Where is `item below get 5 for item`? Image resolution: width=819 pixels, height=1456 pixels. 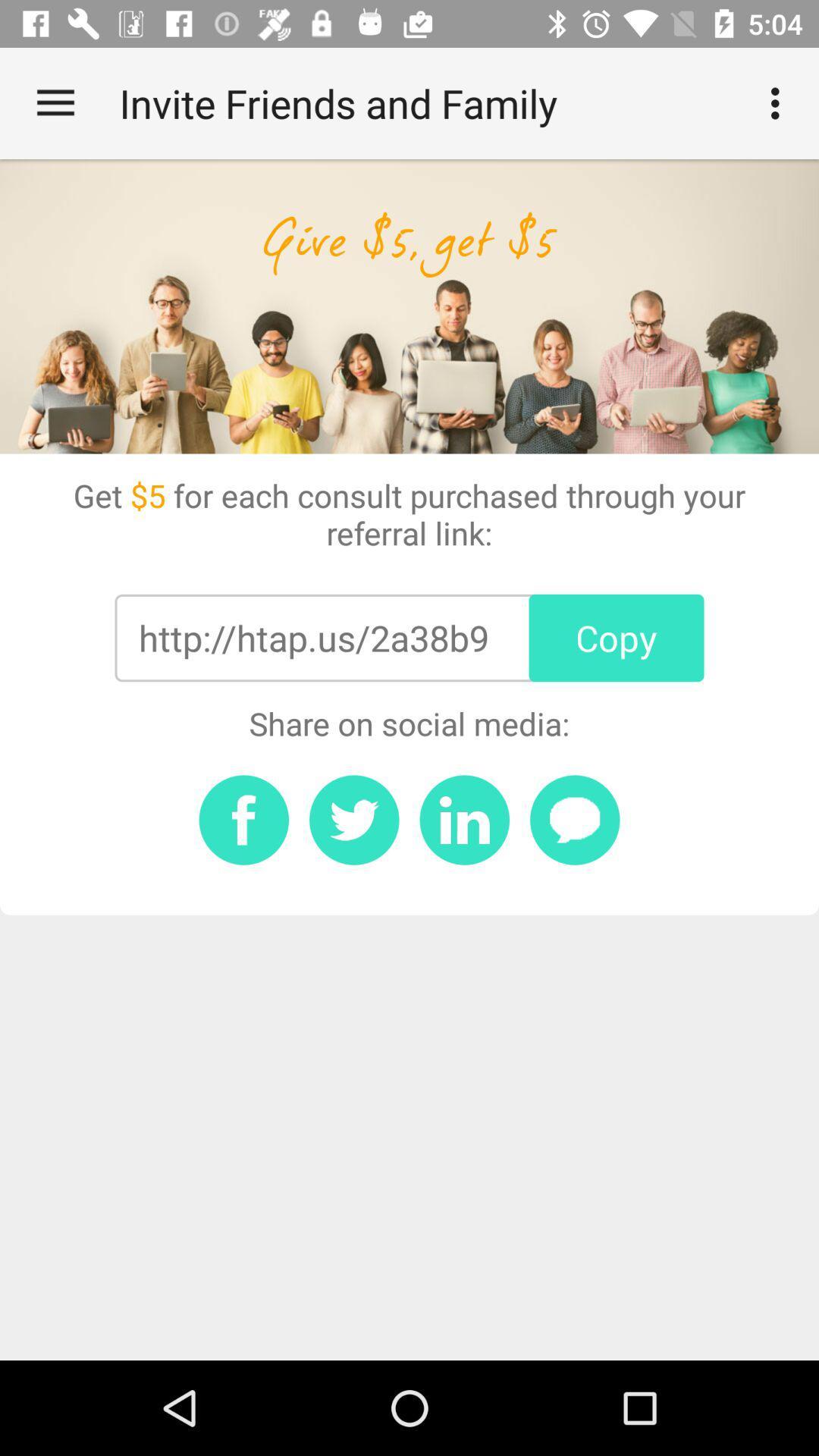
item below get 5 for item is located at coordinates (312, 638).